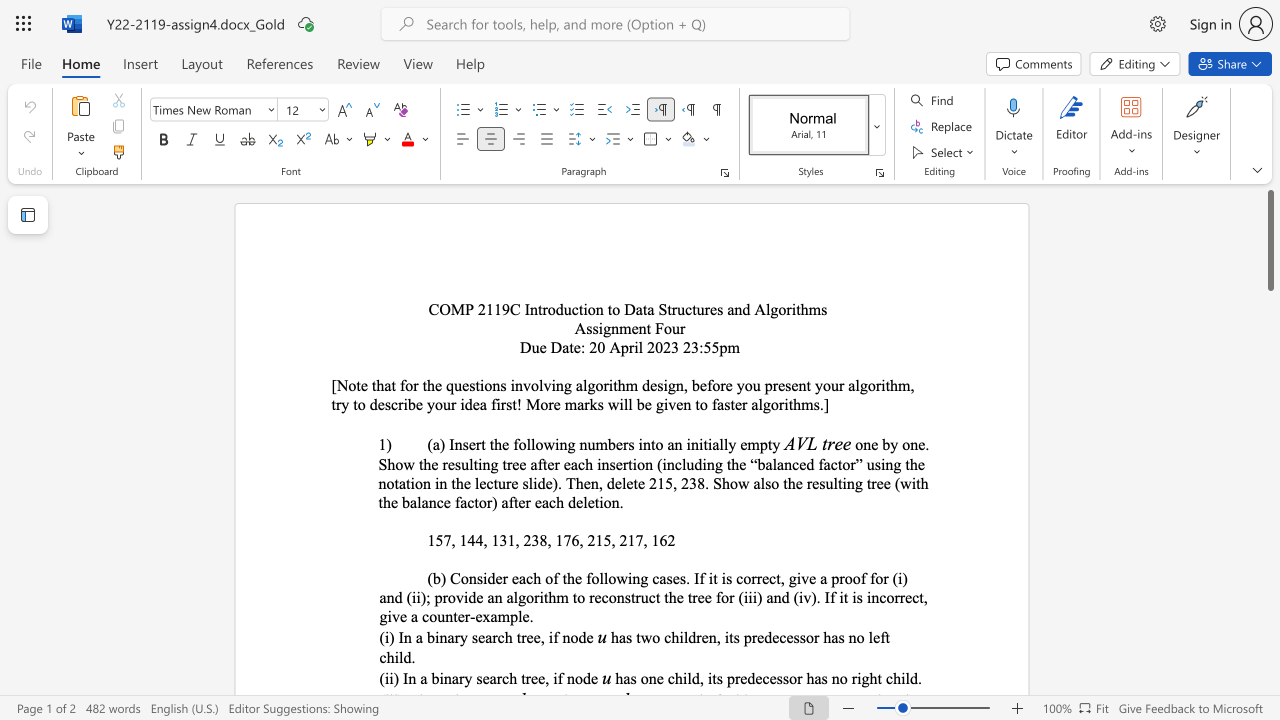  Describe the element at coordinates (1269, 480) in the screenshot. I see `the scrollbar on the right to shift the page lower` at that location.